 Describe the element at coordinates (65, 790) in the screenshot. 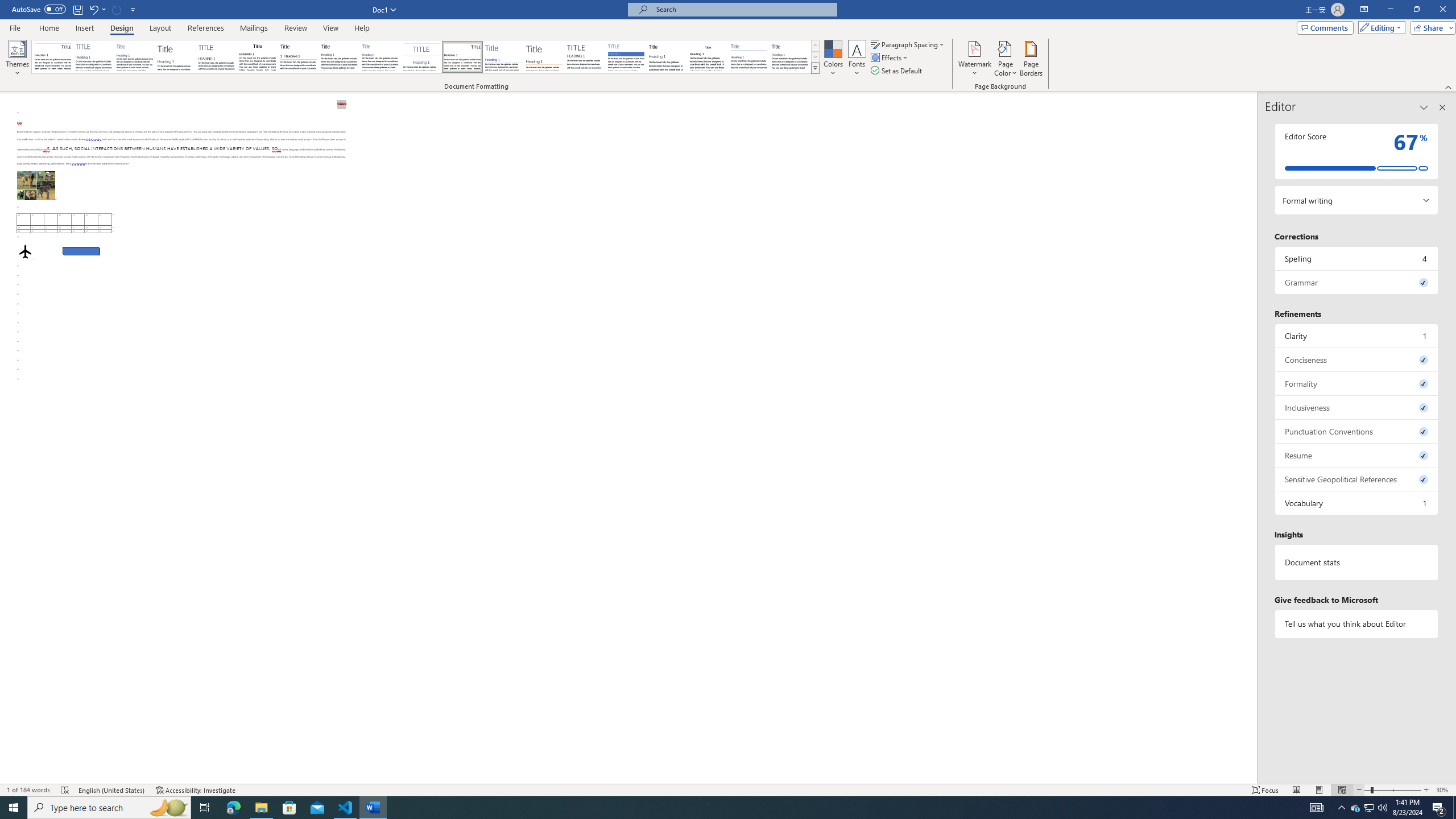

I see `'Spelling and Grammar Check Errors'` at that location.